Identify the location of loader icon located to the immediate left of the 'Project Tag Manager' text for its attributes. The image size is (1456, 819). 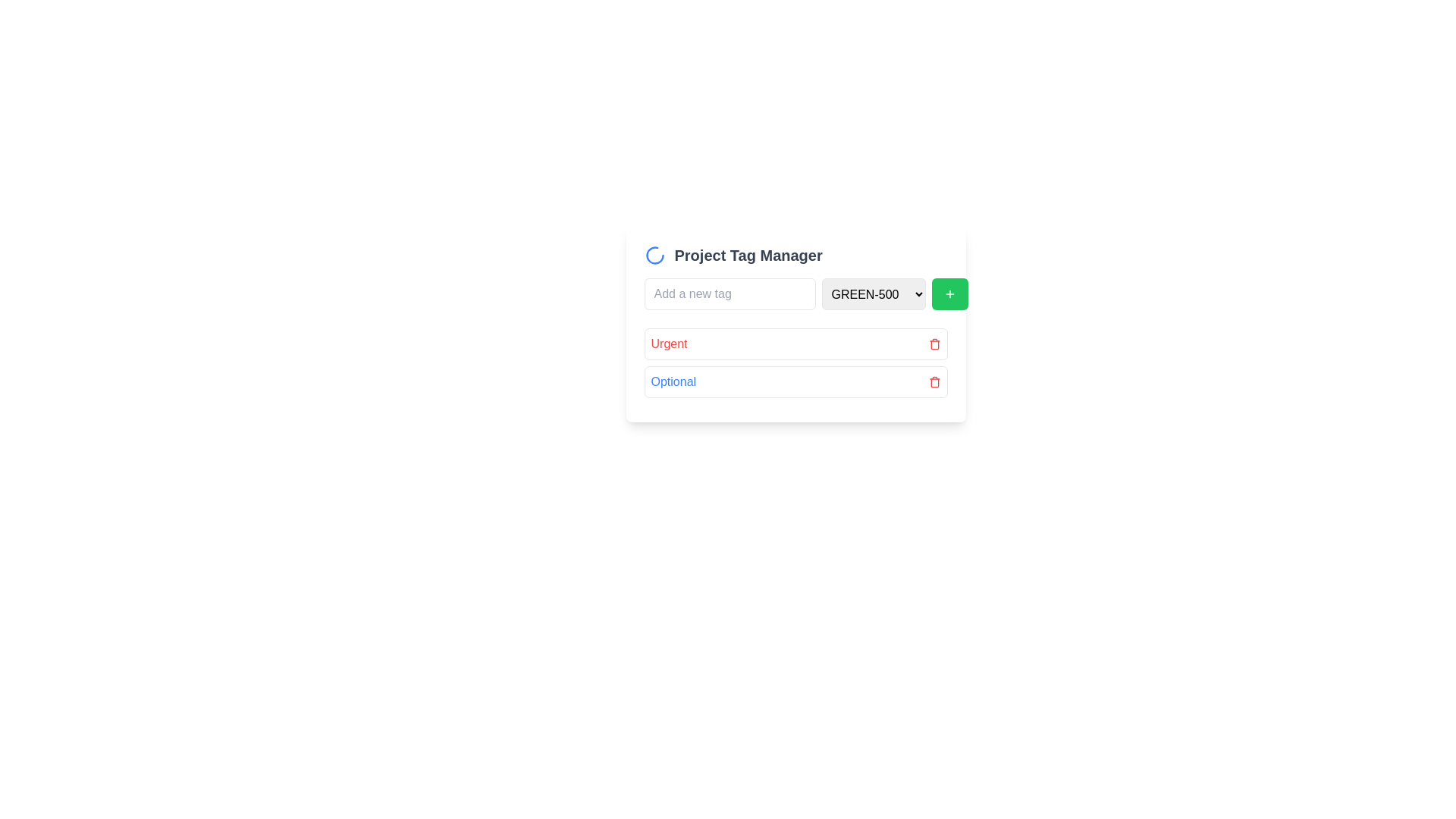
(654, 254).